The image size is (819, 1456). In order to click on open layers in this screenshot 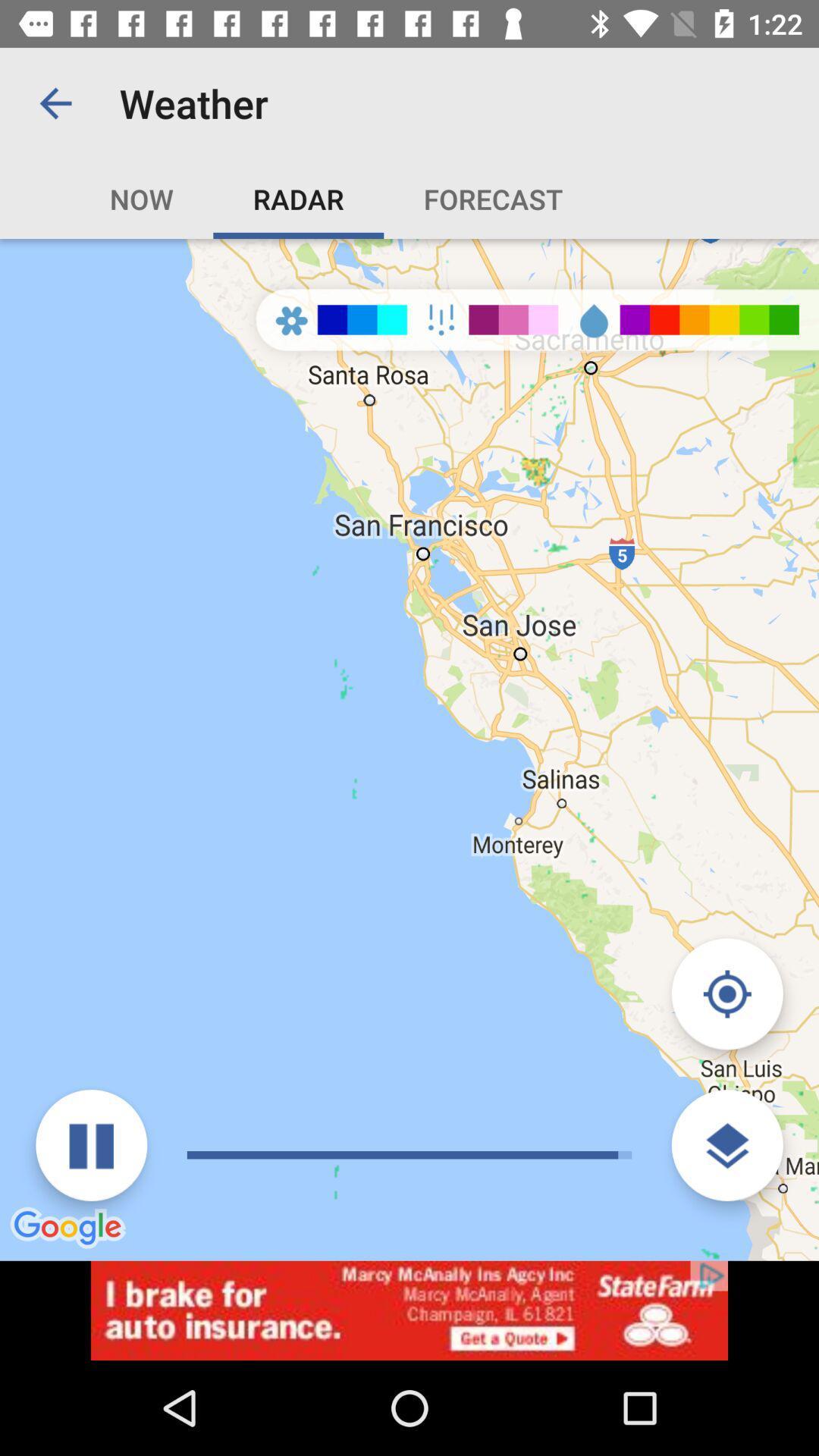, I will do `click(726, 1145)`.